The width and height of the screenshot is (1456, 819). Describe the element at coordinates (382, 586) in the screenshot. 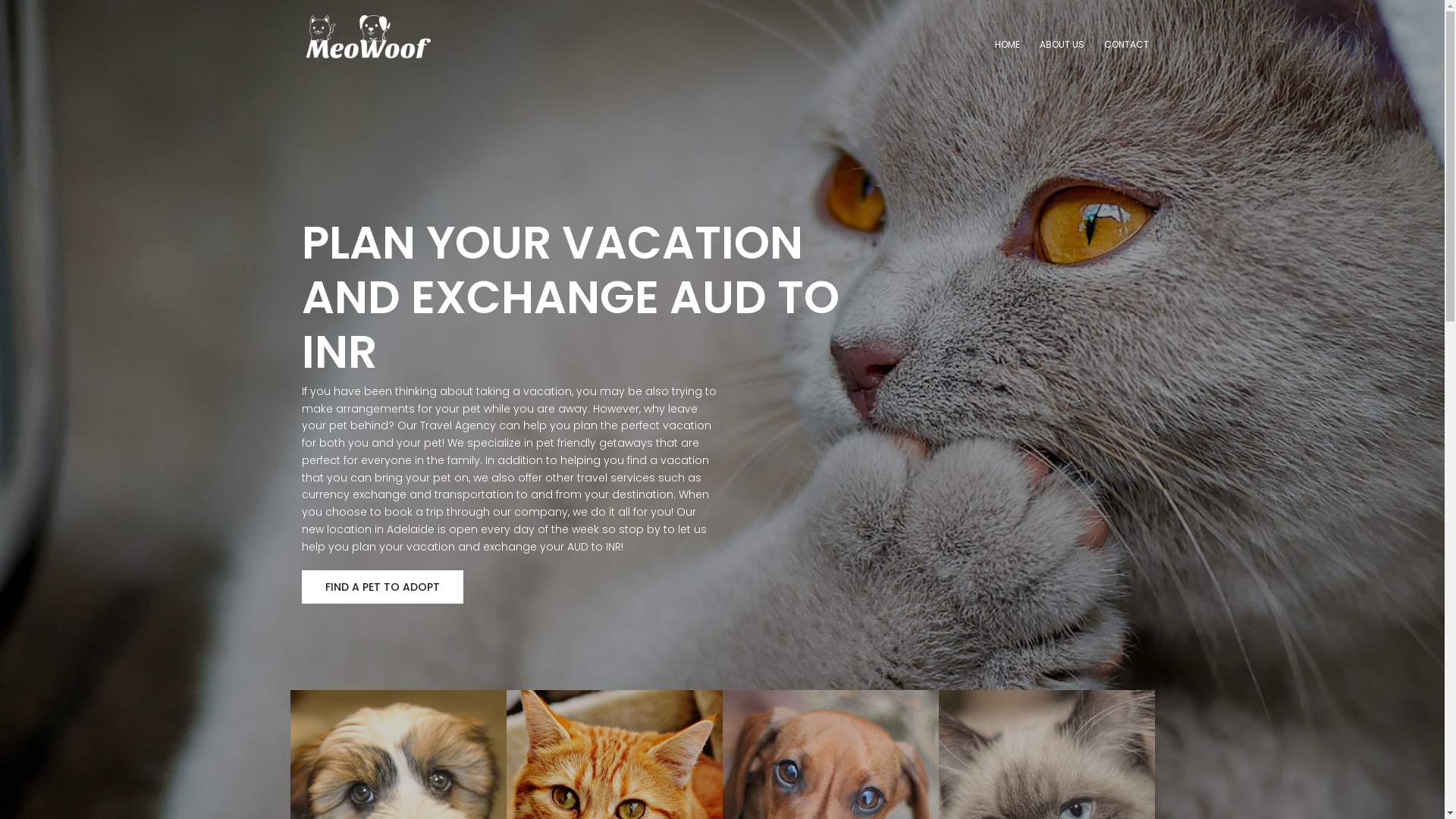

I see `'FIND A PET TO ADOPT'` at that location.